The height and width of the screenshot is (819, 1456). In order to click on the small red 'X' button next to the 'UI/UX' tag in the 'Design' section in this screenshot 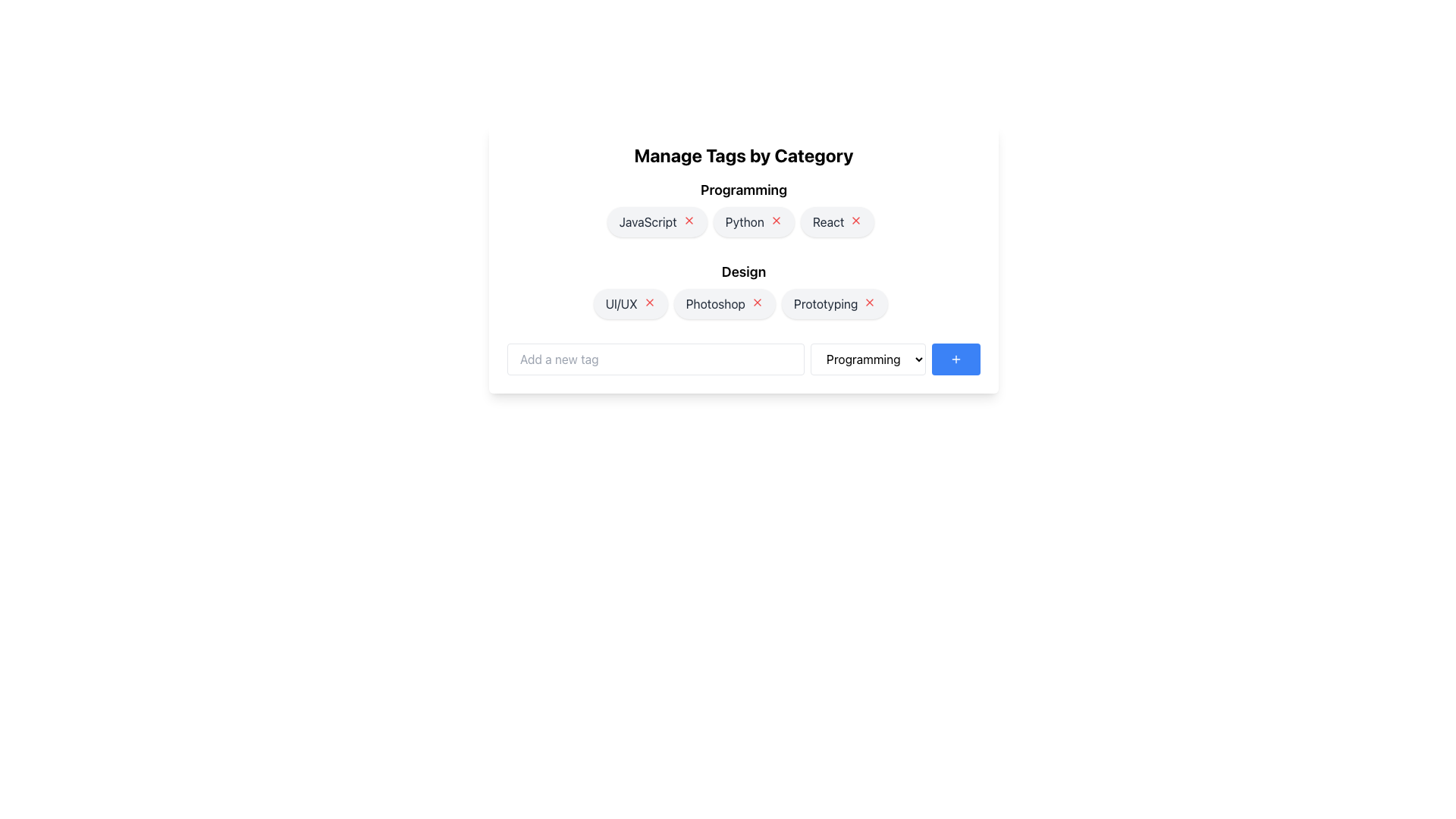, I will do `click(649, 302)`.